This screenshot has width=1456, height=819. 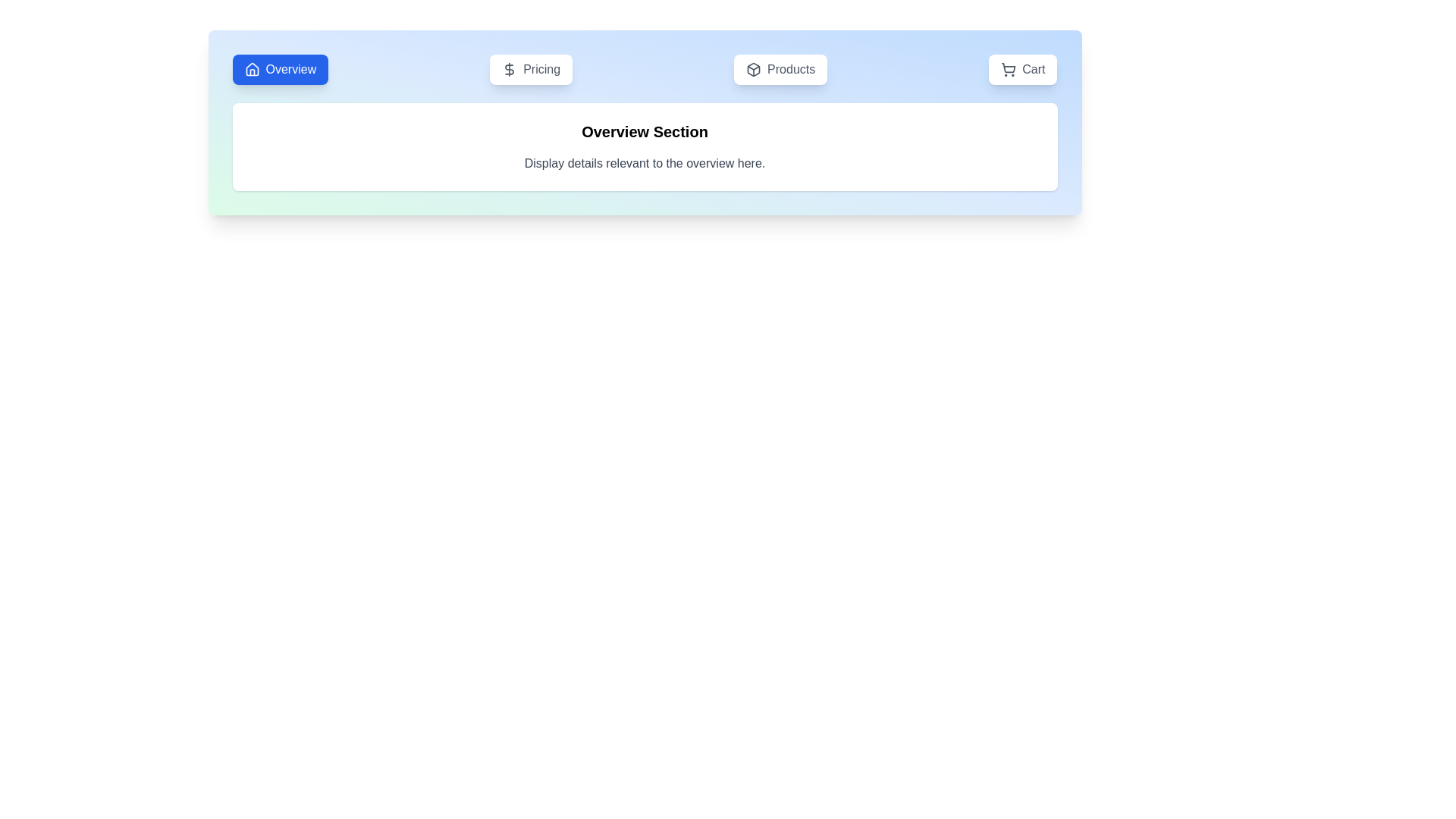 I want to click on the Cart tab by clicking its button, so click(x=1023, y=70).